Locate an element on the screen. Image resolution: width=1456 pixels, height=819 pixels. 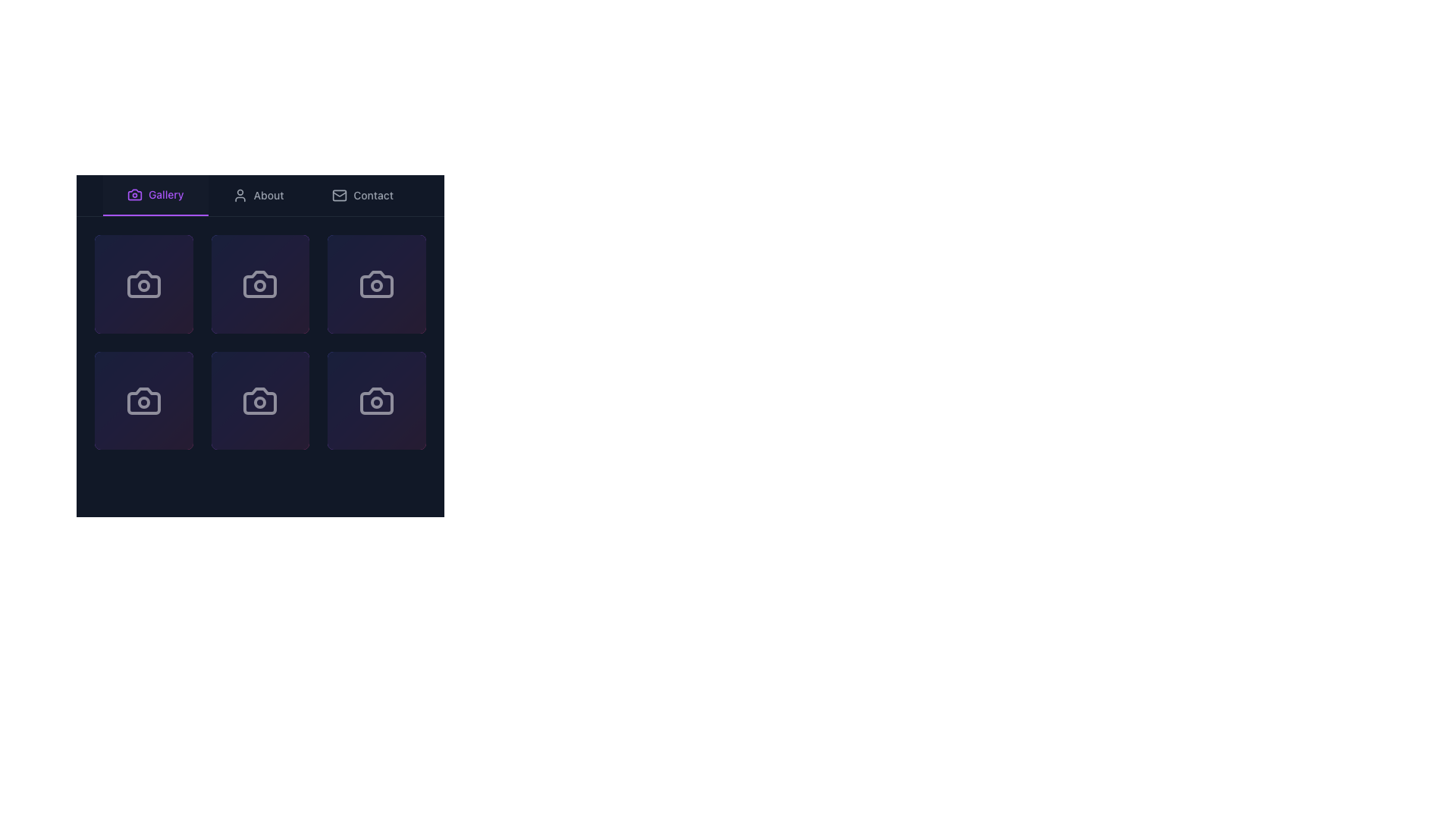
the text label displaying the word 'About' in the navigation menu is located at coordinates (268, 195).